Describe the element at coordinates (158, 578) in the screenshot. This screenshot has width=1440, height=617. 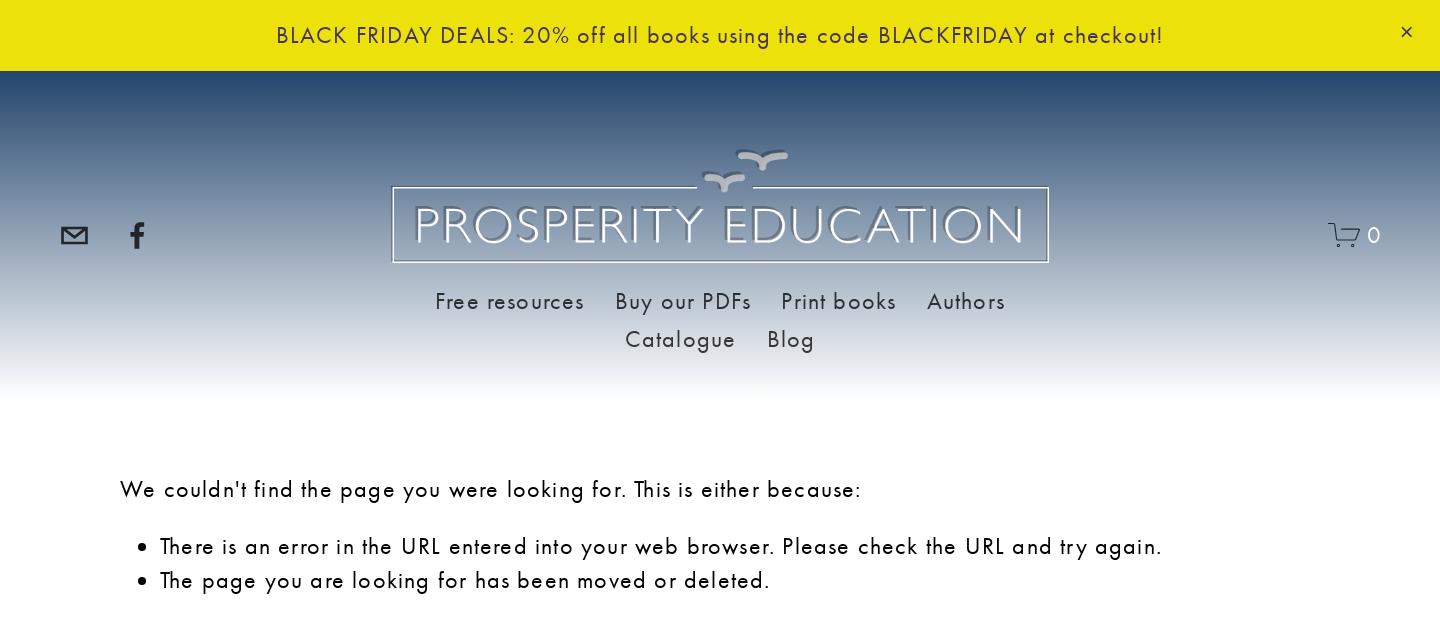
I see `'The page you are looking for has been moved or deleted.'` at that location.